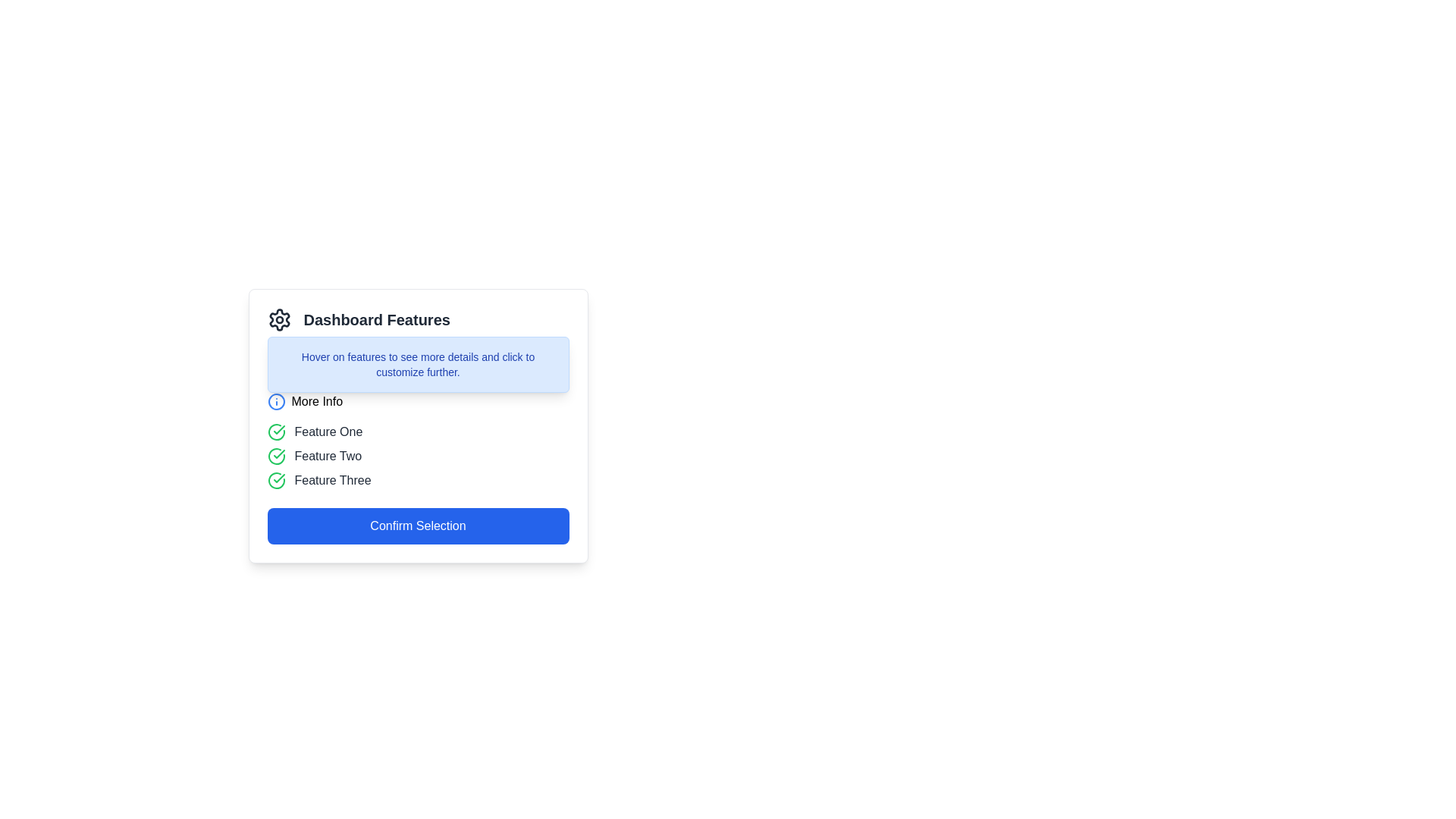  Describe the element at coordinates (304, 400) in the screenshot. I see `the clickable text and icon combination located in the top region of the card` at that location.